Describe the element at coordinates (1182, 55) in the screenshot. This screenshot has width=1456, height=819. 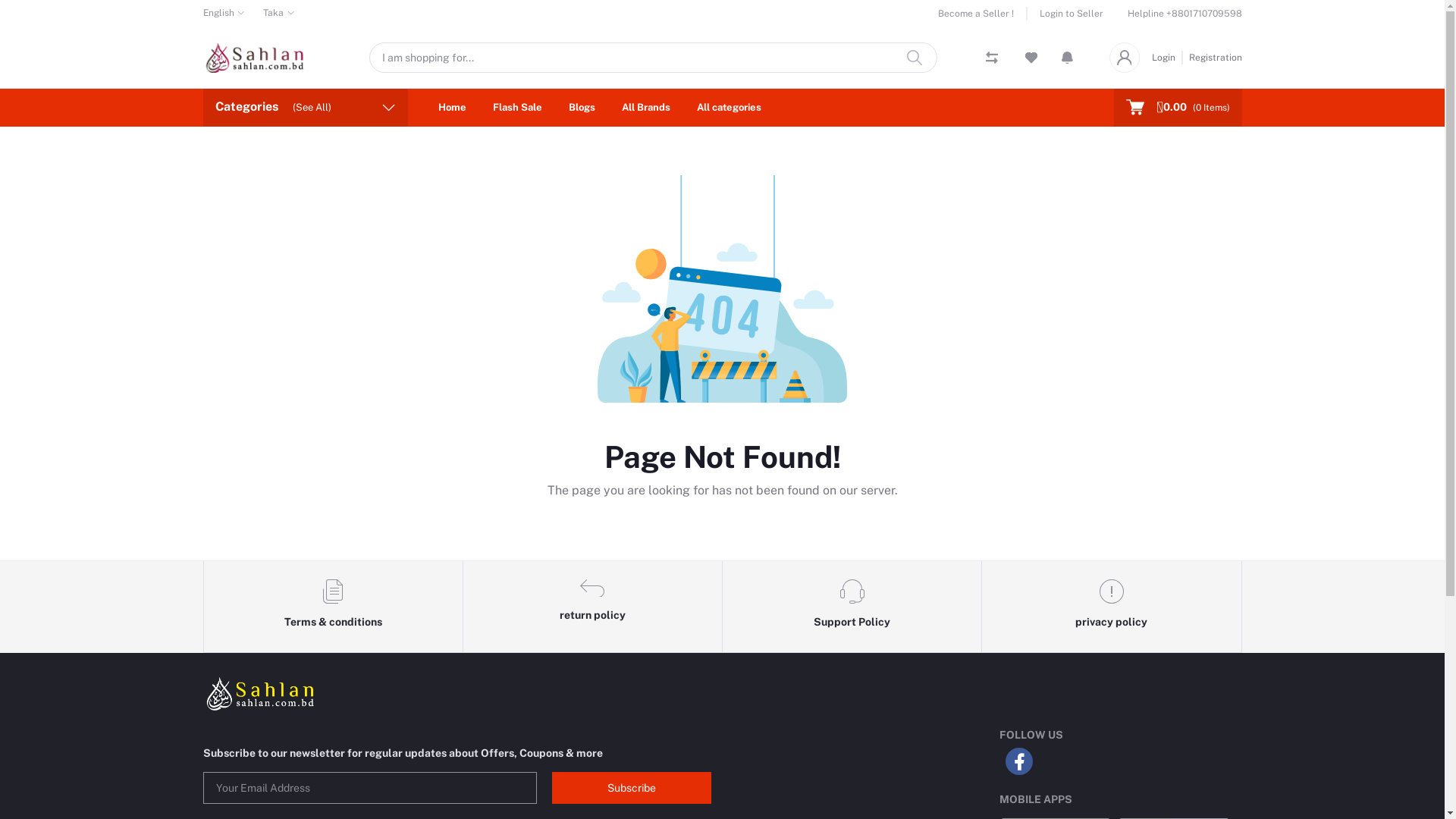
I see `'Registration'` at that location.